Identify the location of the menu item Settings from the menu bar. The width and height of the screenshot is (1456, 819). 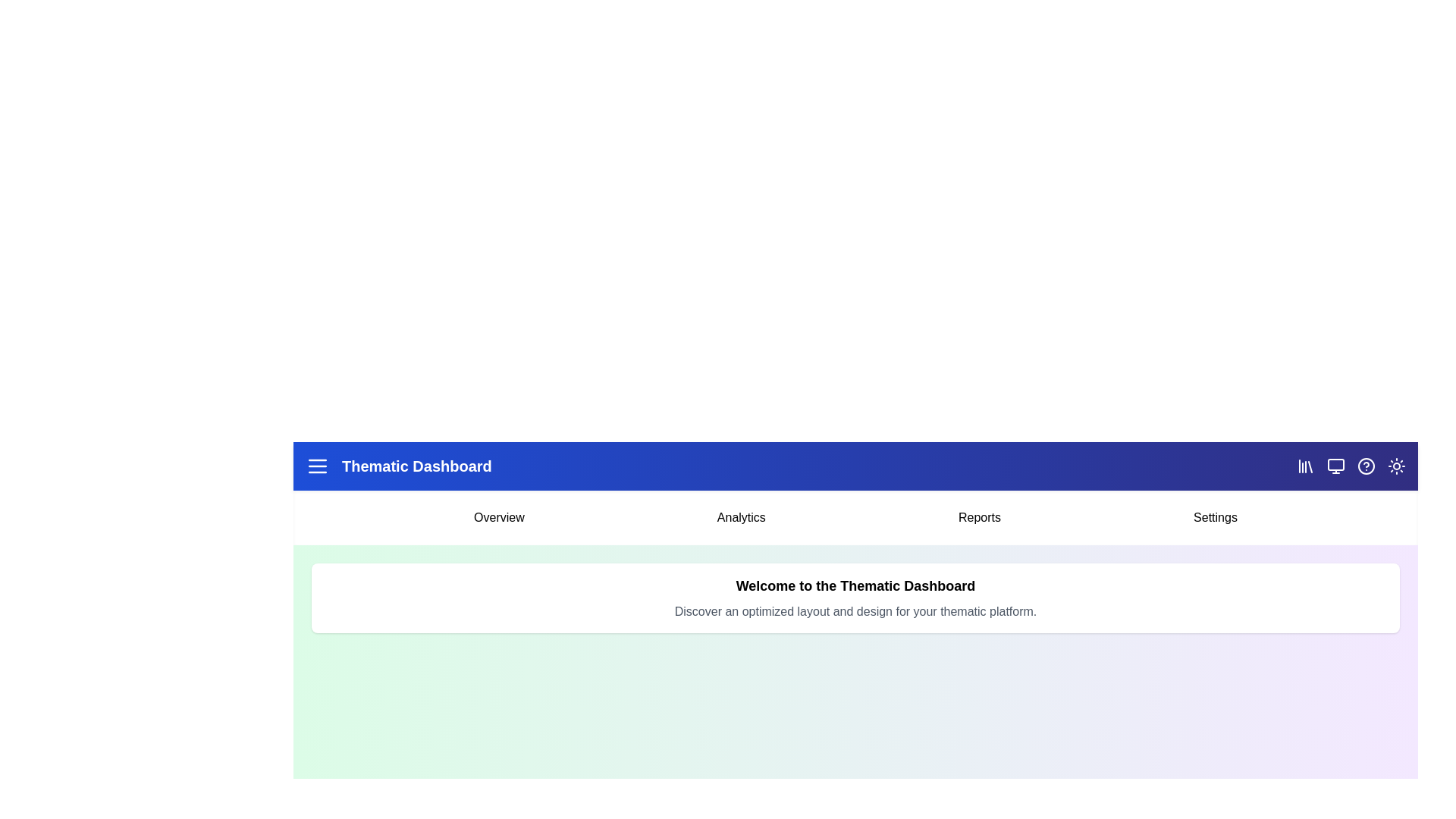
(1216, 516).